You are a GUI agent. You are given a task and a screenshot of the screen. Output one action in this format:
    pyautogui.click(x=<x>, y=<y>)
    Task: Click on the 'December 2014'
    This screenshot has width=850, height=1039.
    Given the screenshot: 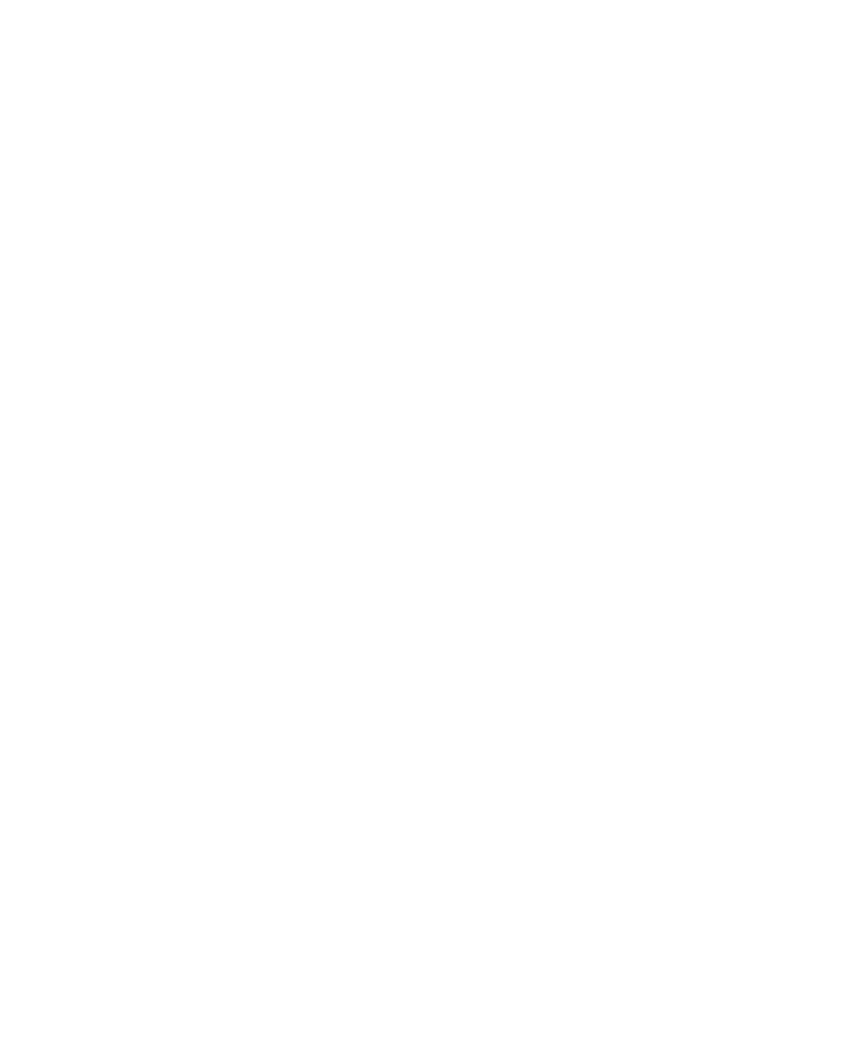 What is the action you would take?
    pyautogui.click(x=144, y=906)
    